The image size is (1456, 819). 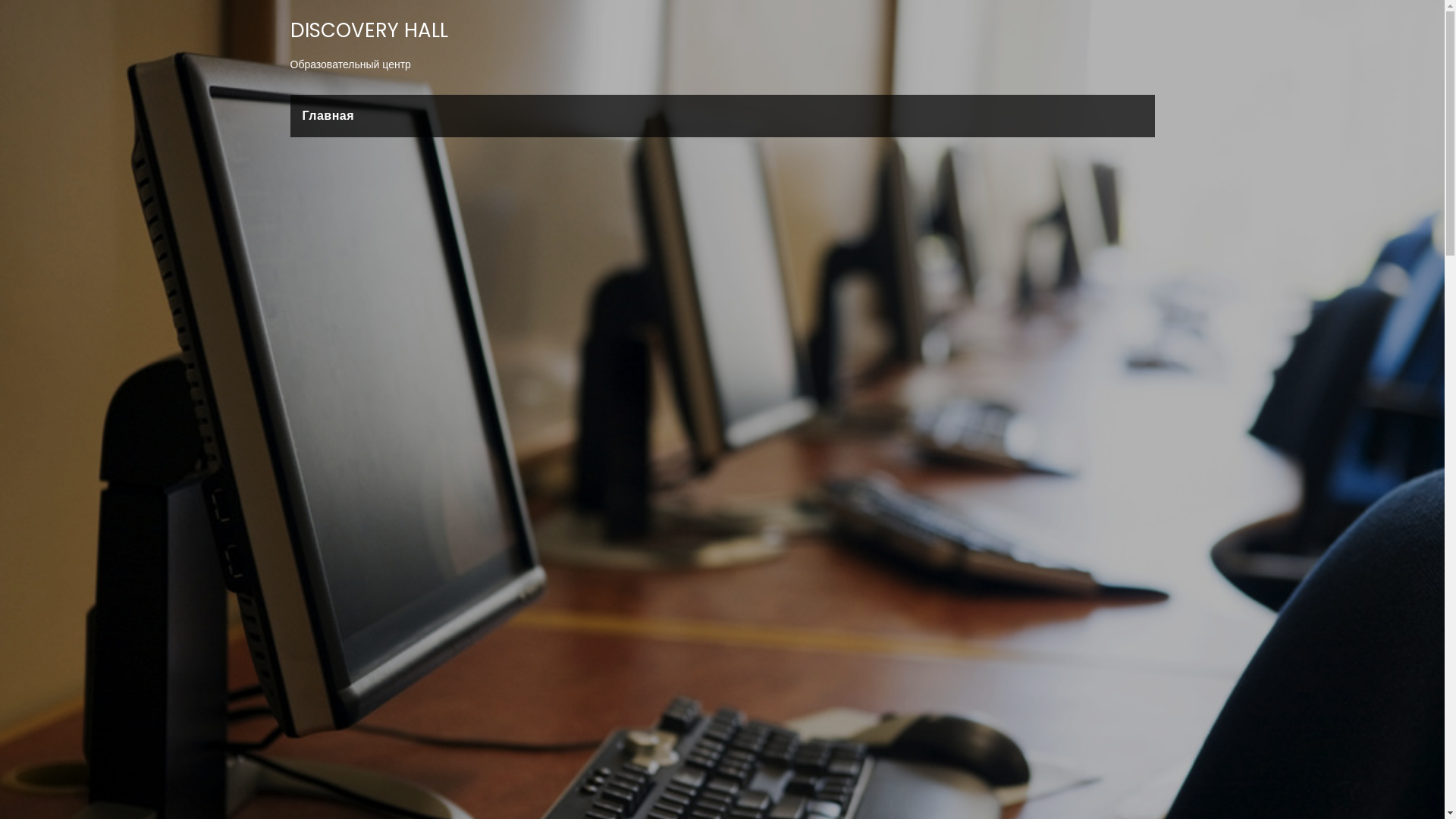 What do you see at coordinates (368, 30) in the screenshot?
I see `'DISCOVERY HALL'` at bounding box center [368, 30].